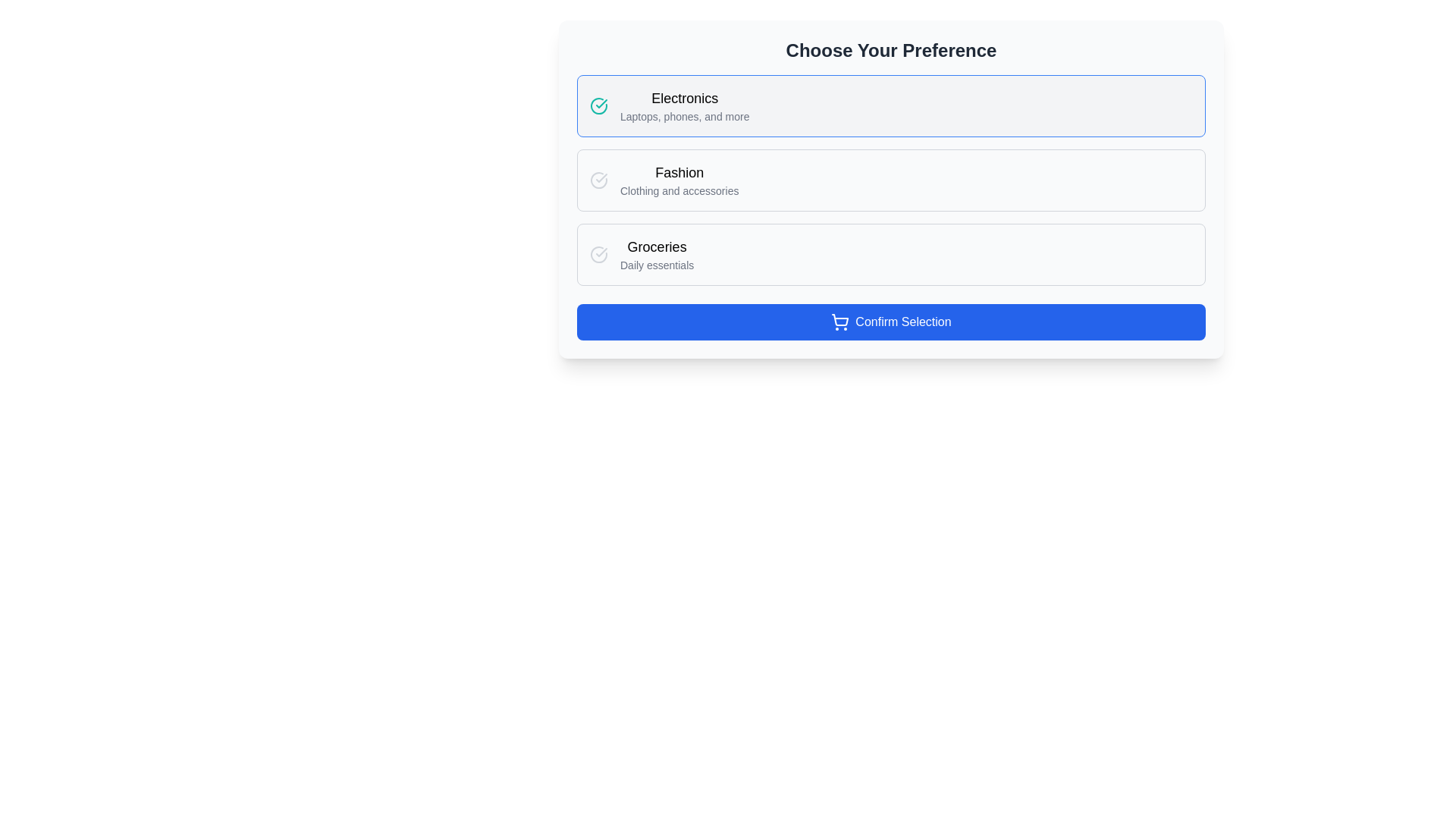 The width and height of the screenshot is (1456, 819). Describe the element at coordinates (891, 253) in the screenshot. I see `the list item labeled 'Groceries' under the section 'Choose Your Preference'` at that location.